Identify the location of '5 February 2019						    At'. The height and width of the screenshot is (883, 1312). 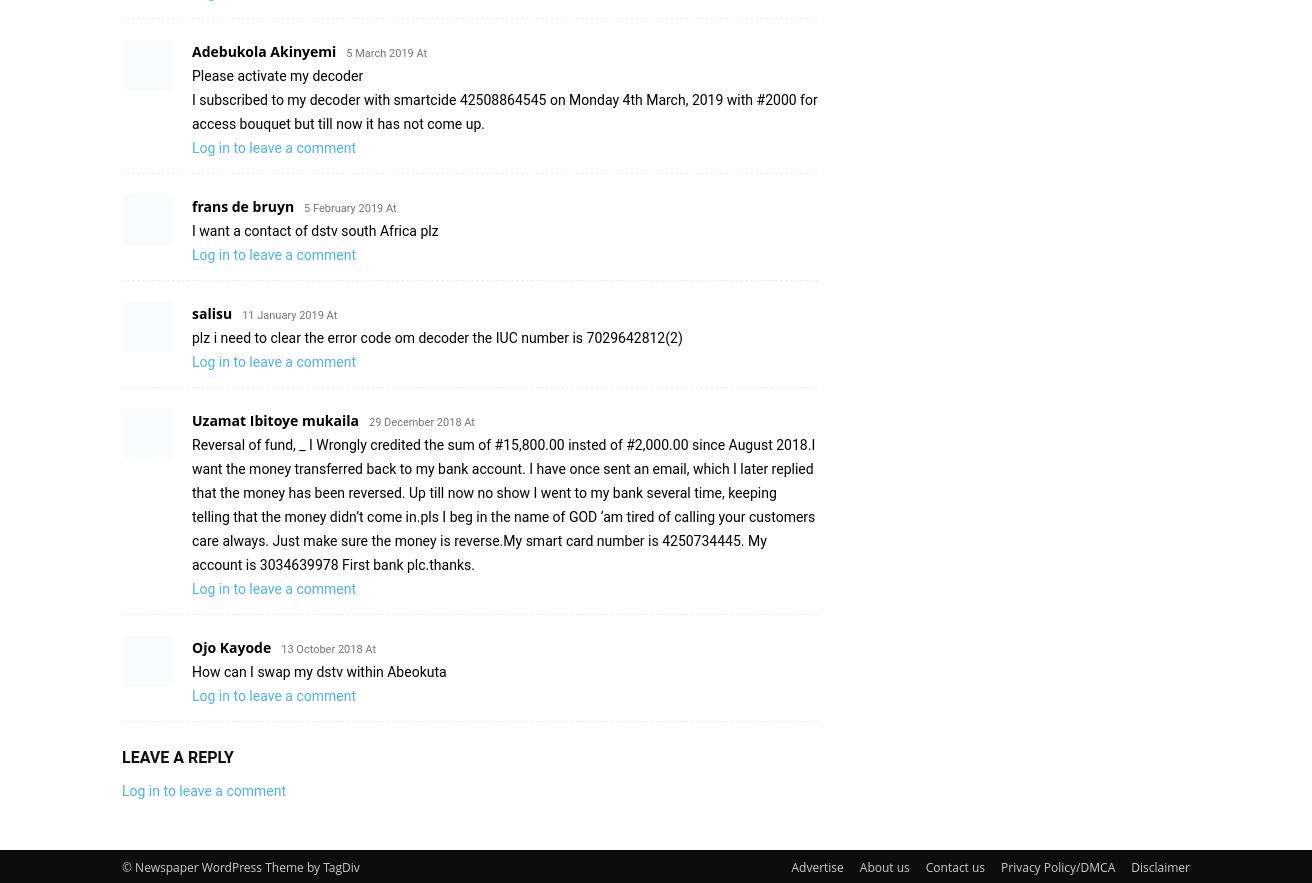
(350, 208).